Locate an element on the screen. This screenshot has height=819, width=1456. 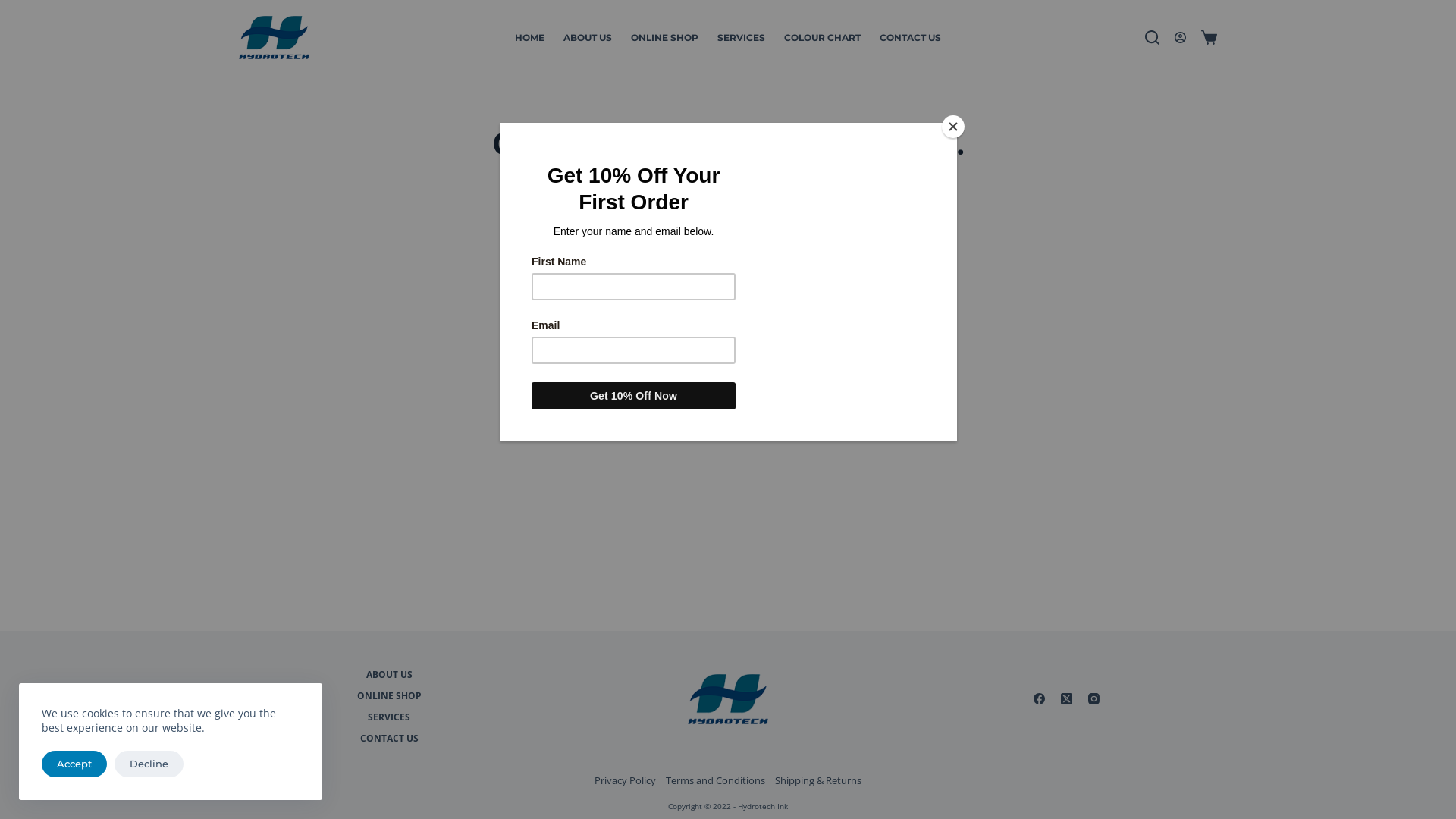
'ONLINE SHOP' is located at coordinates (389, 696).